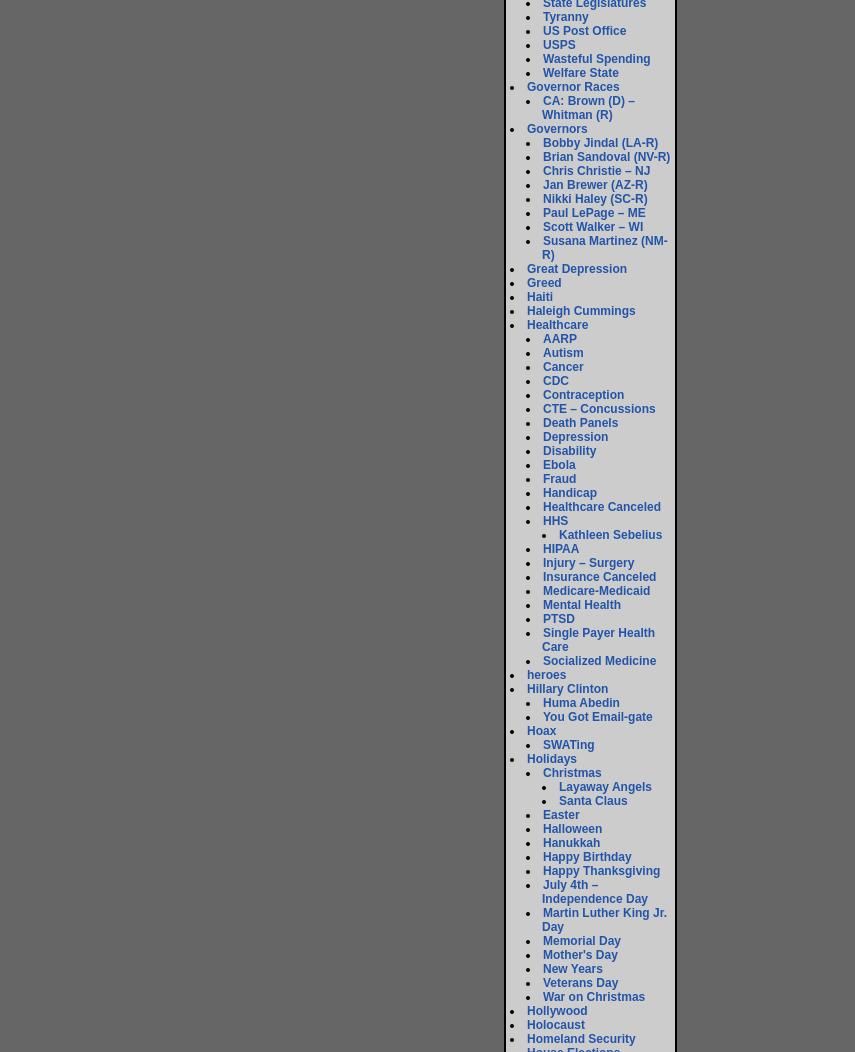 The width and height of the screenshot is (855, 1052). I want to click on 'Brian Sandoval (NV-R)', so click(606, 155).